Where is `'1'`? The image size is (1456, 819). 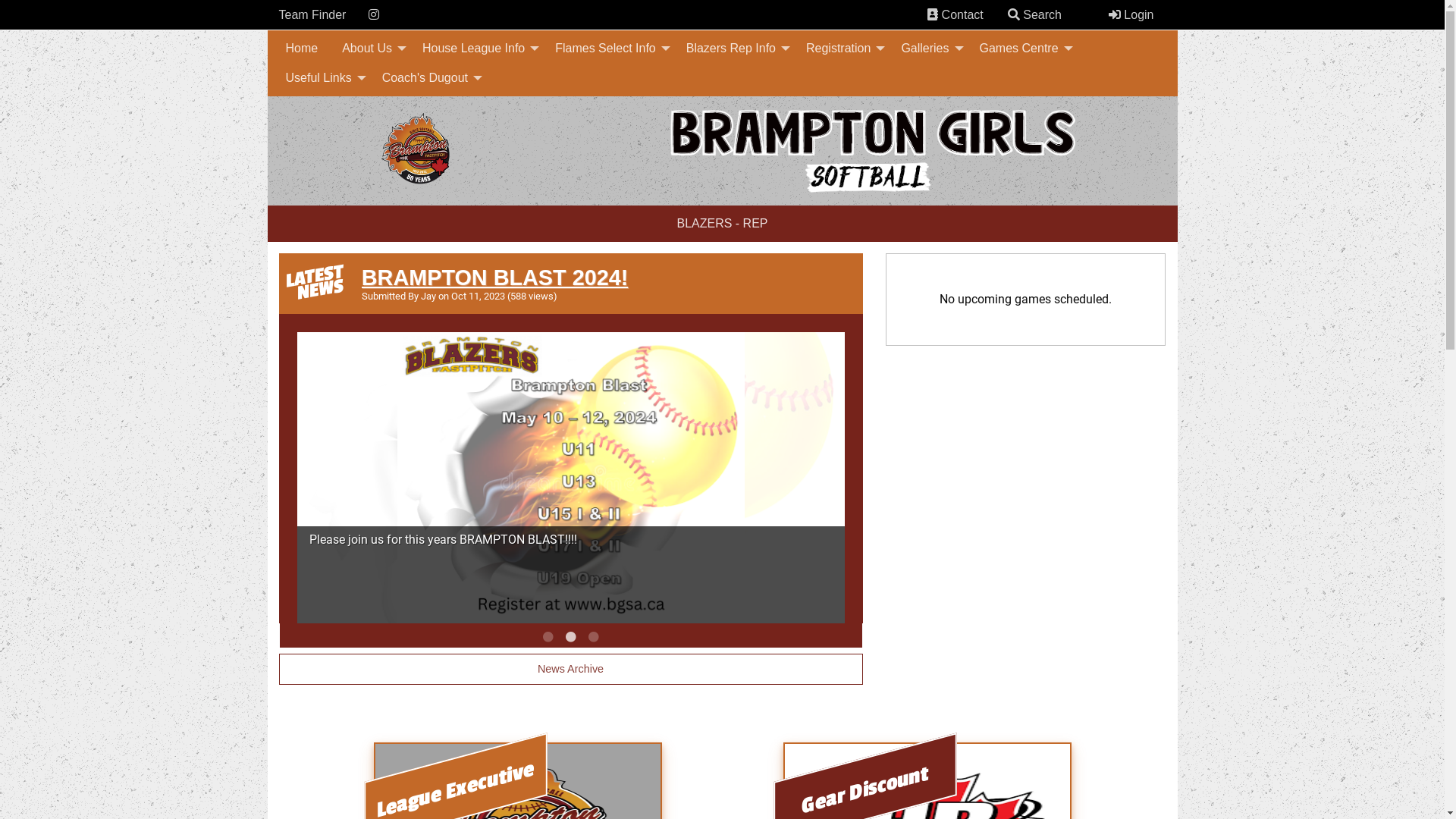 '1' is located at coordinates (546, 637).